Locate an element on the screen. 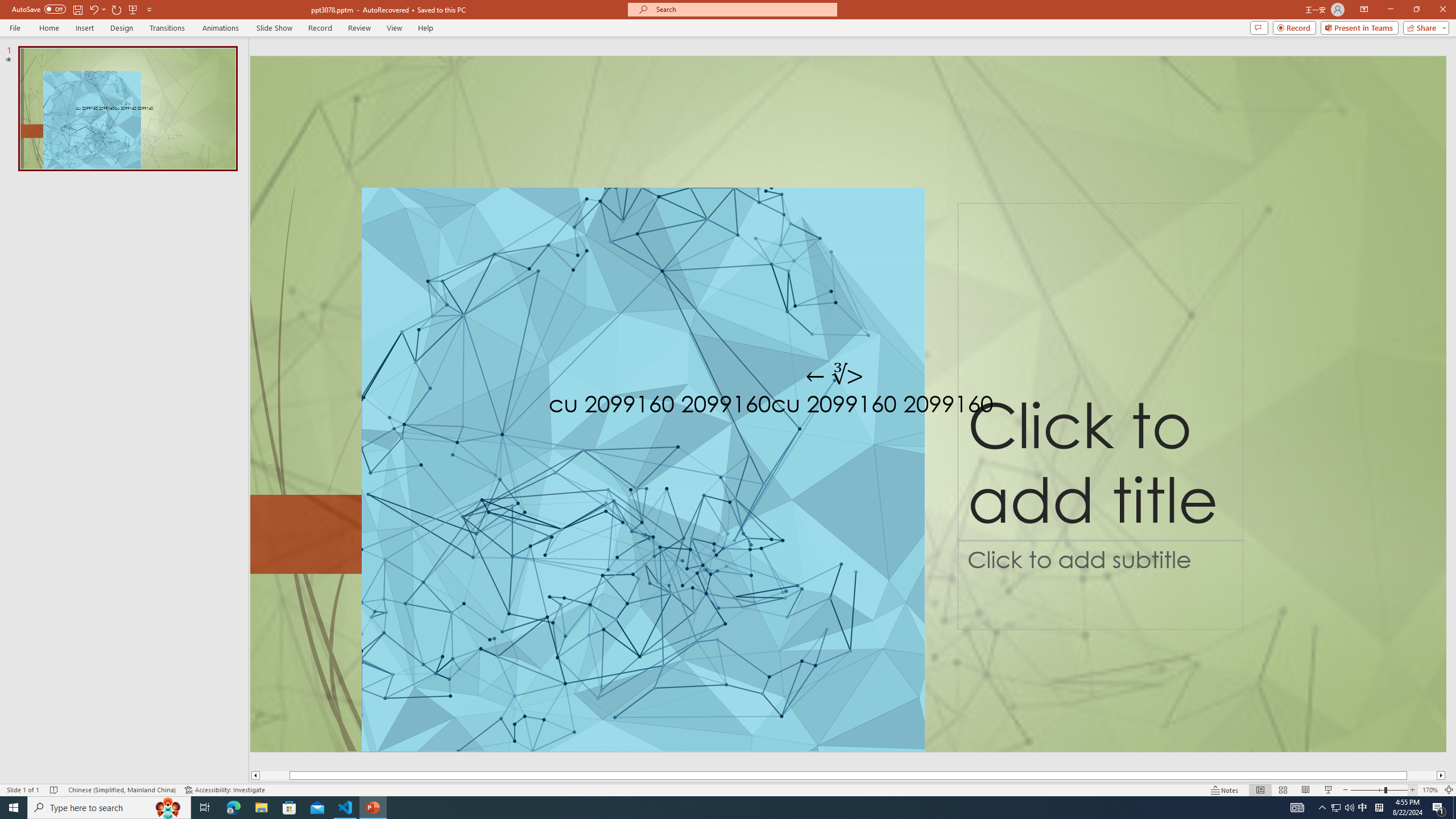  'Insert' is located at coordinates (84, 28).